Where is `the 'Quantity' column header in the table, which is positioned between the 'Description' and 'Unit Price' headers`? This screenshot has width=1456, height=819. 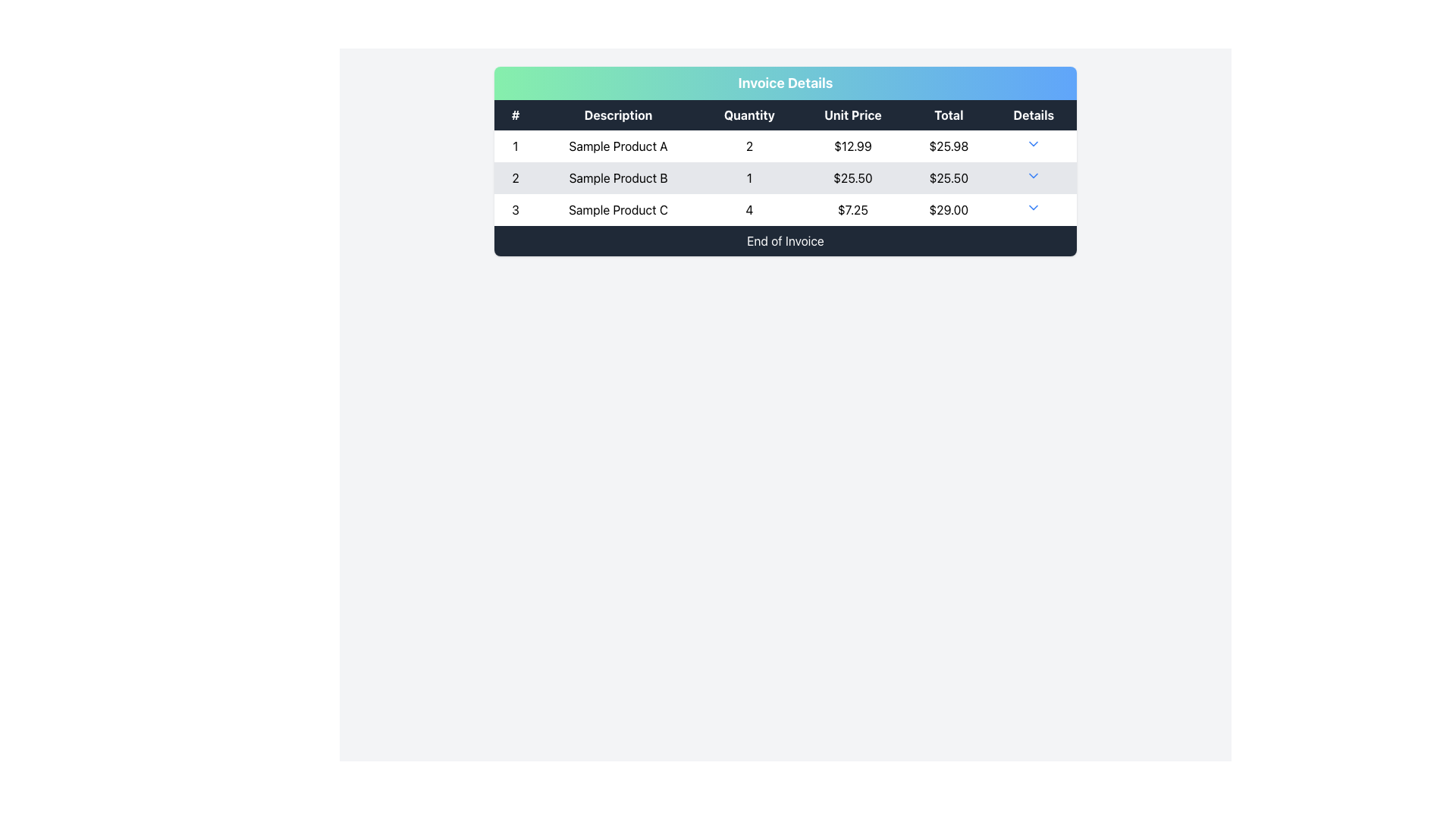 the 'Quantity' column header in the table, which is positioned between the 'Description' and 'Unit Price' headers is located at coordinates (749, 114).